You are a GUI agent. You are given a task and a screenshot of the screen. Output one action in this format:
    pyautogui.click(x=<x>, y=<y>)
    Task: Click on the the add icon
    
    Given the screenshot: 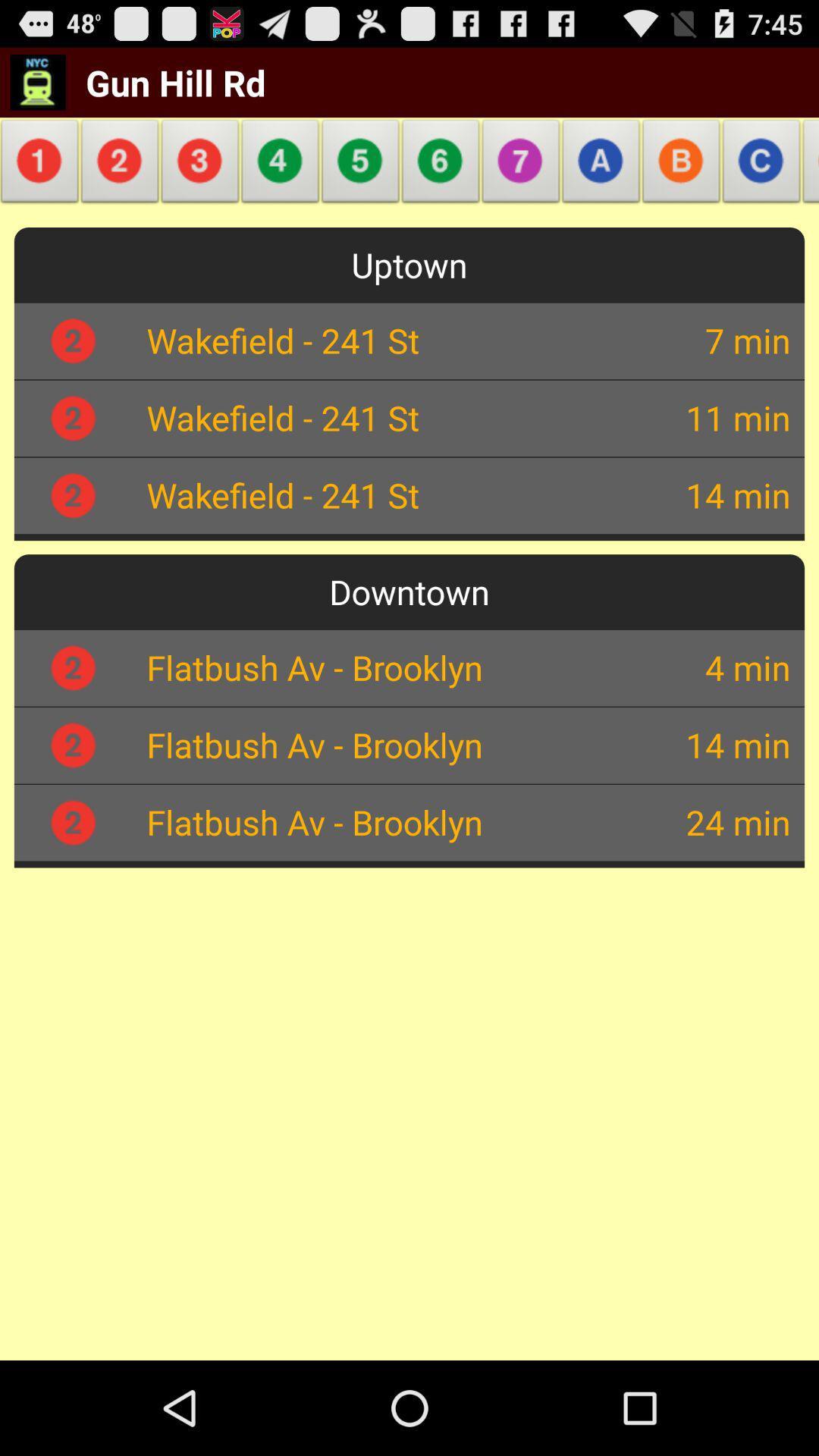 What is the action you would take?
    pyautogui.click(x=360, y=177)
    